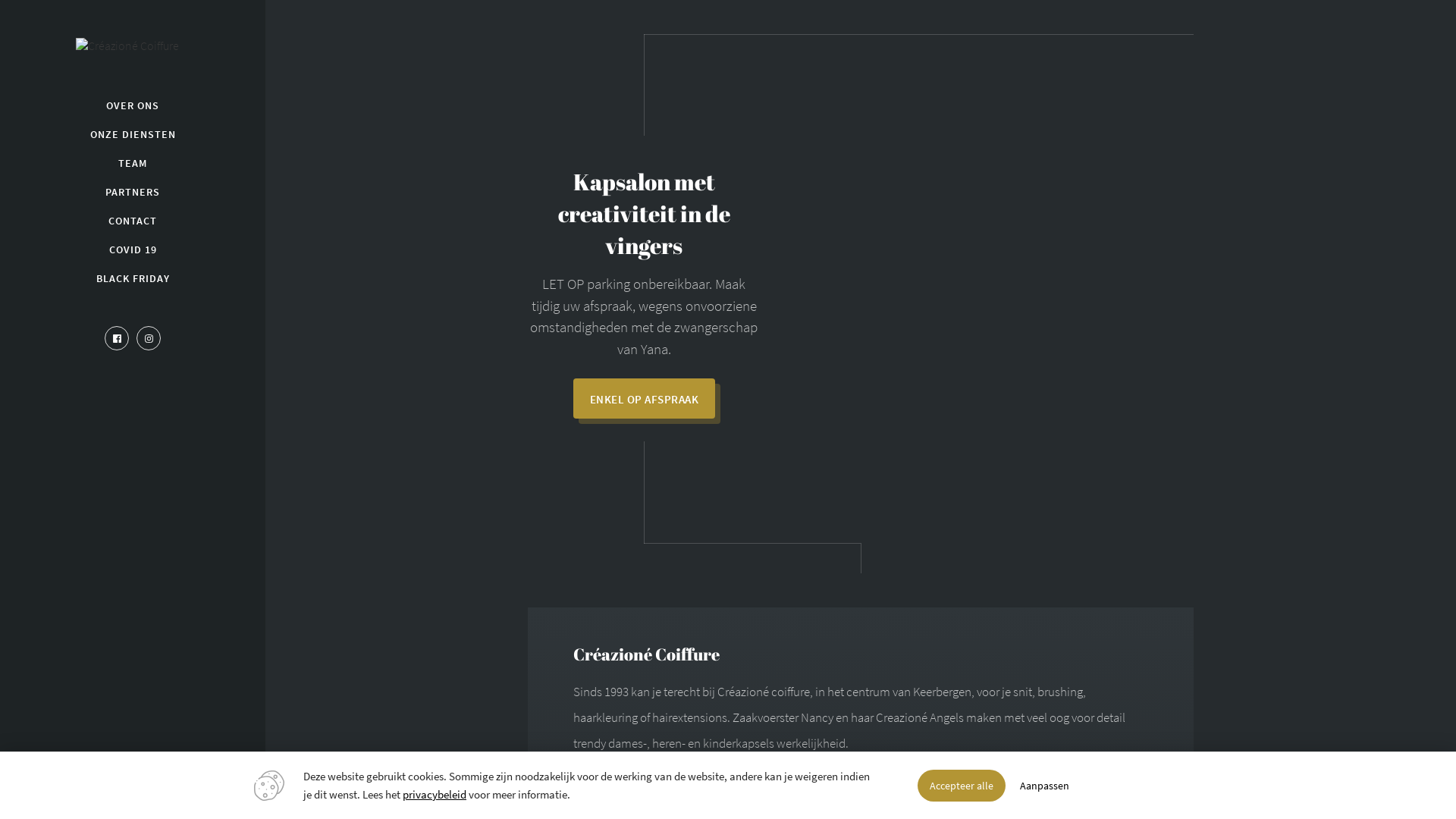  I want to click on 'Aanpassen', so click(1043, 785).